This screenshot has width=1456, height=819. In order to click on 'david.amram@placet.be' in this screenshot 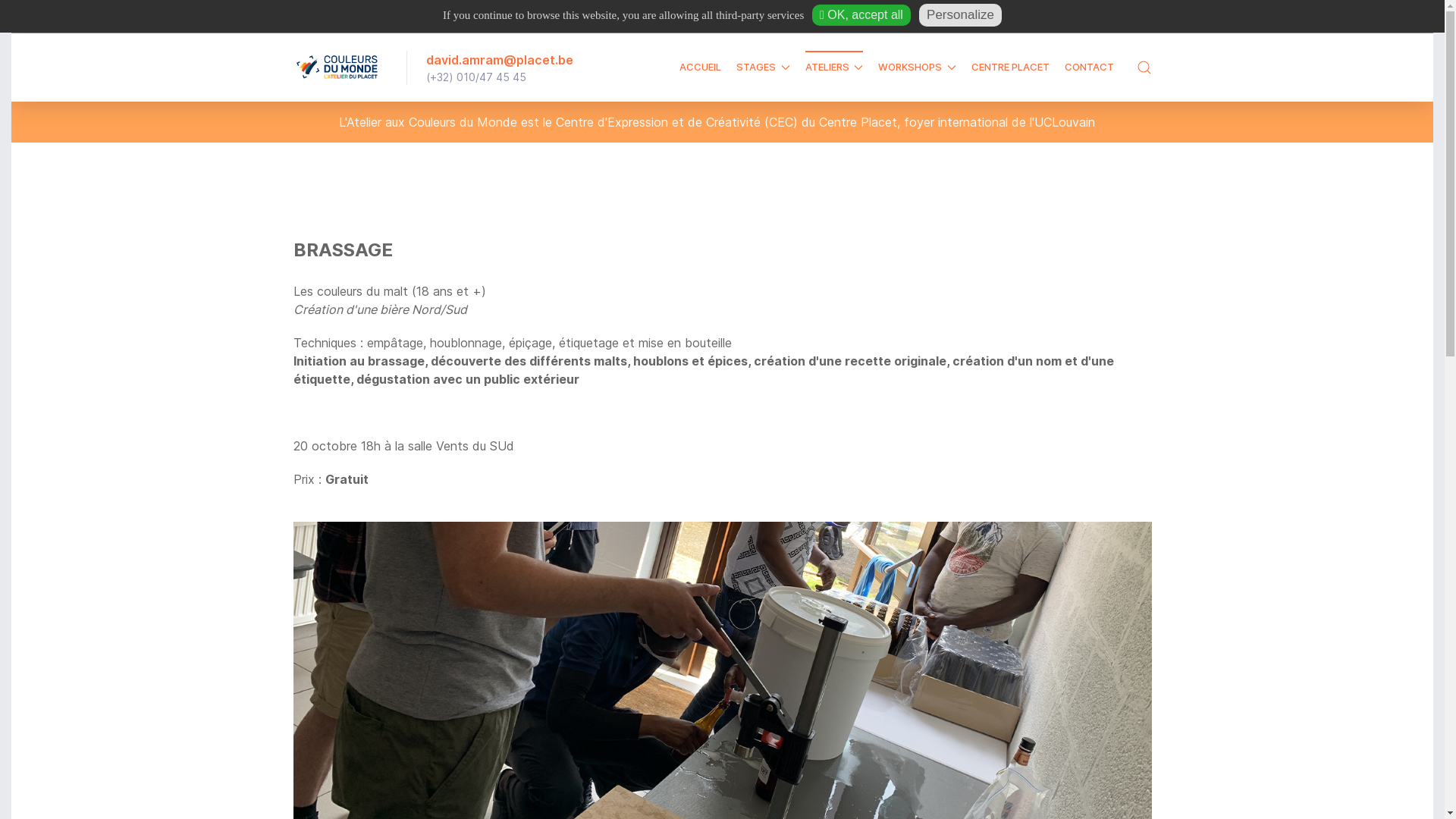, I will do `click(499, 58)`.